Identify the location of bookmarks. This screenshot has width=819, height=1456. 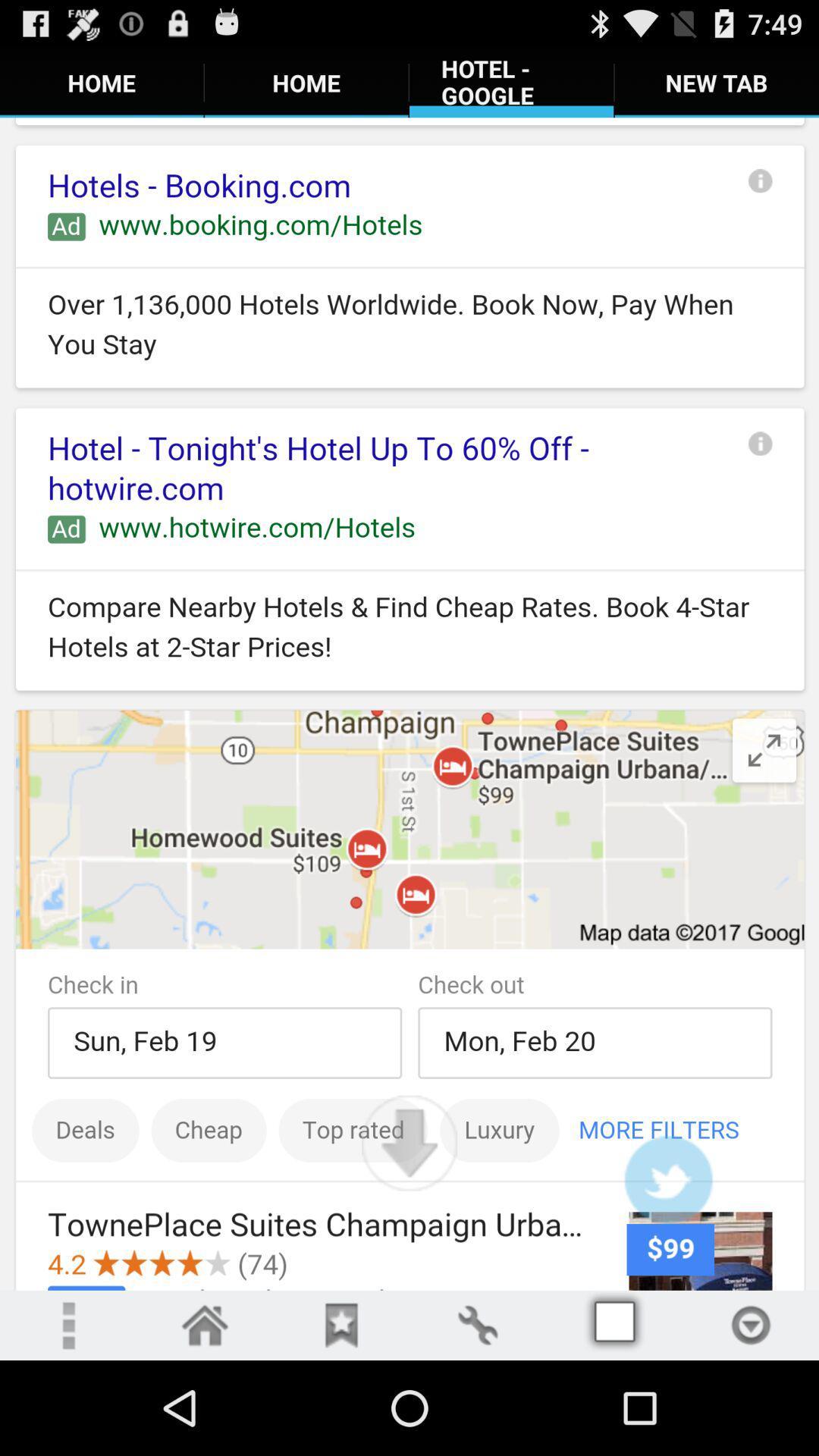
(341, 1324).